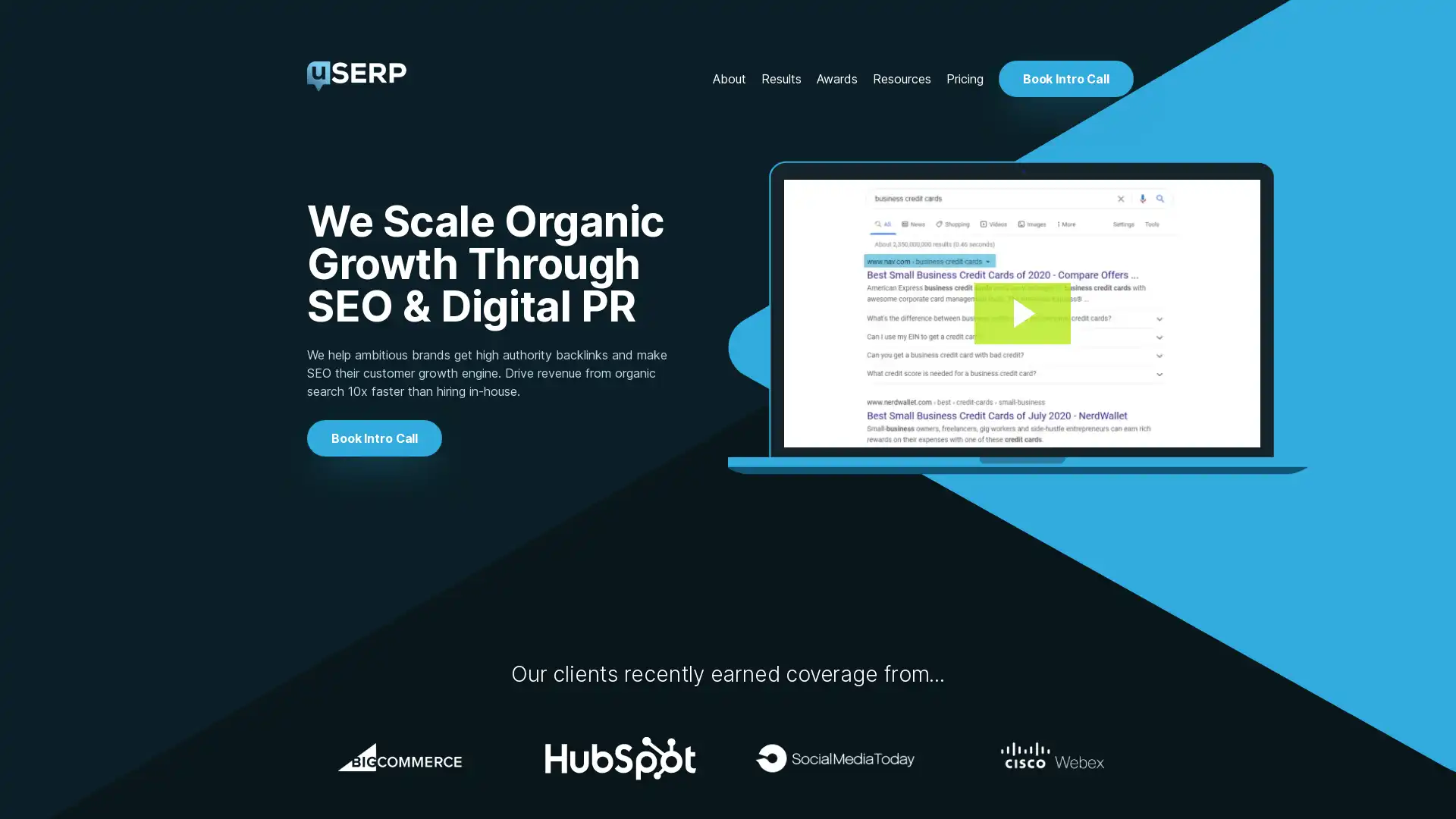 Image resolution: width=1456 pixels, height=819 pixels. I want to click on Play, so click(1022, 312).